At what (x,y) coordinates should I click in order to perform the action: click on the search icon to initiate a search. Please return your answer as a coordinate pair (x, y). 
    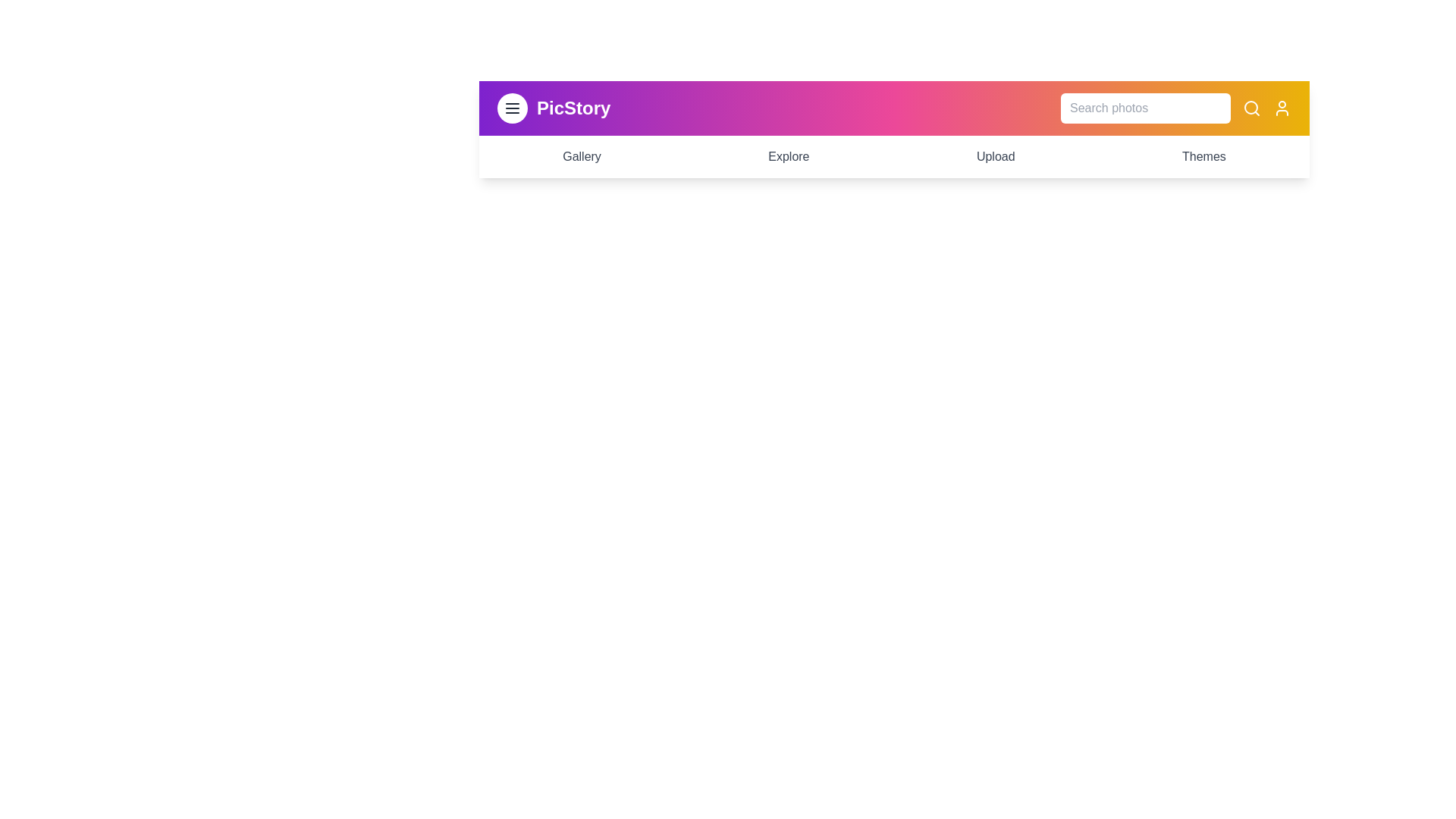
    Looking at the image, I should click on (1252, 107).